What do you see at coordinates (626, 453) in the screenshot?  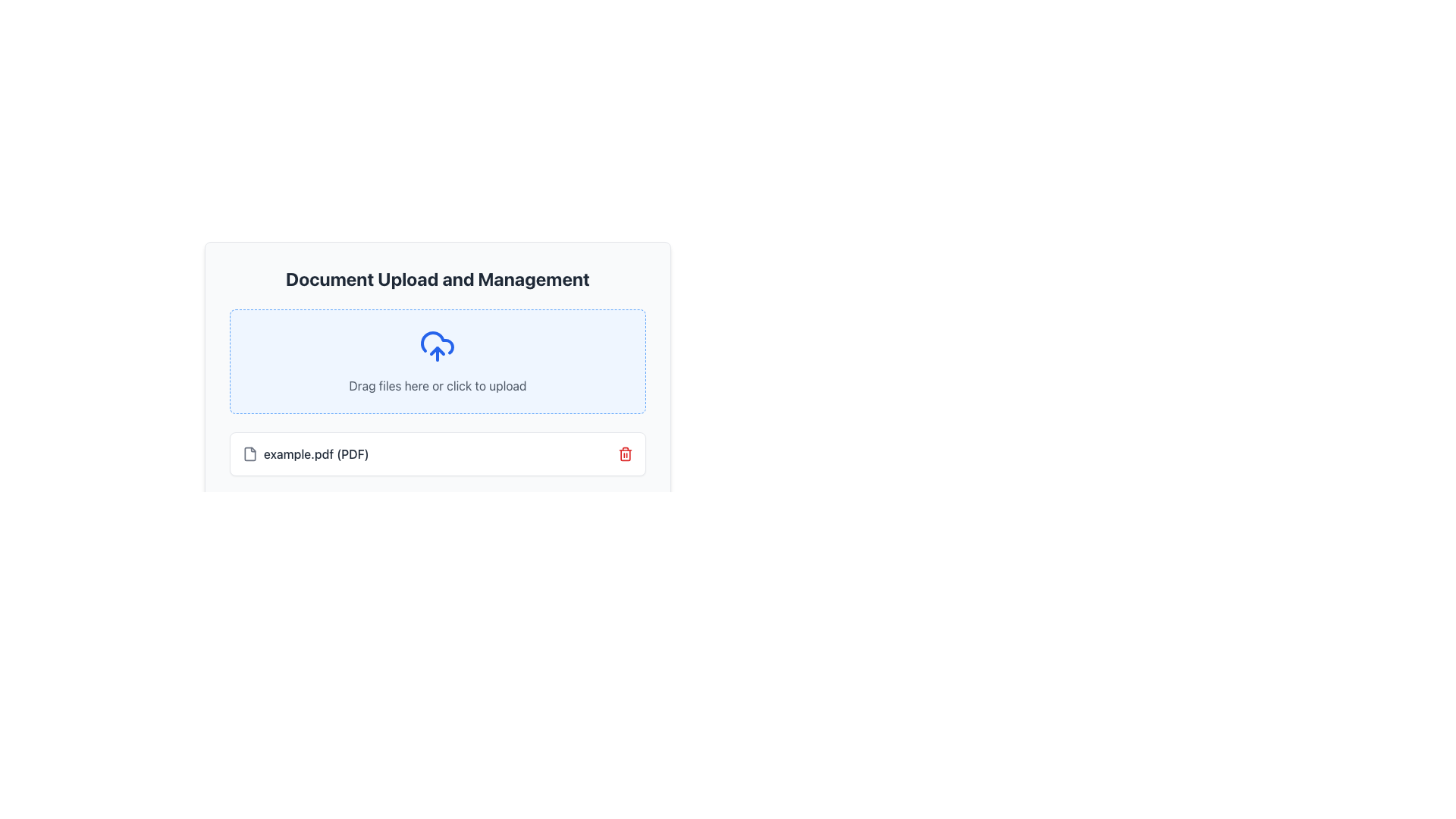 I see `the delete icon button located at the bottom-right corner of the card containing the file name 'example.pdf (PDF)'` at bounding box center [626, 453].